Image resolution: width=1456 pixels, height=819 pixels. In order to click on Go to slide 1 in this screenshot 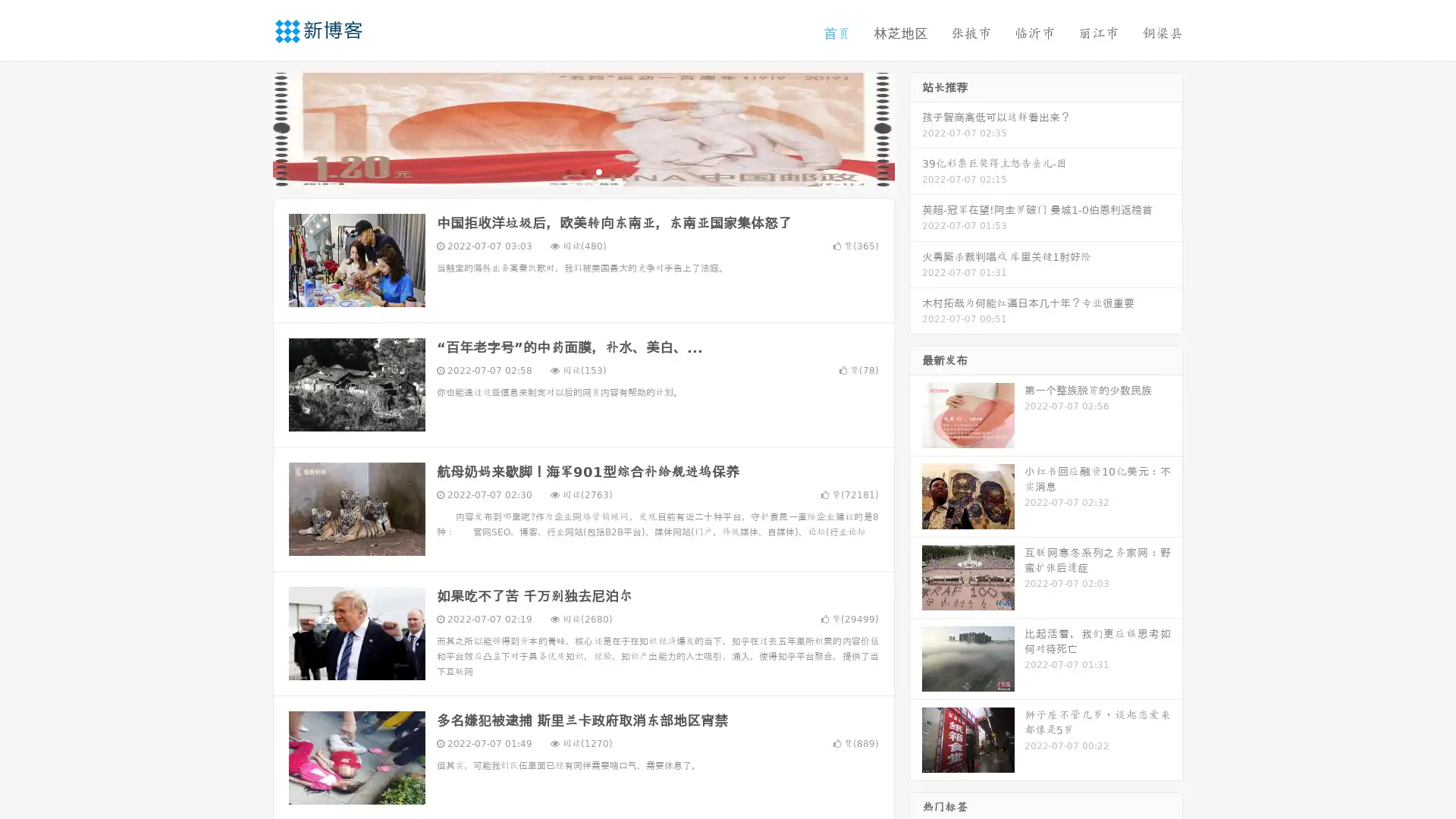, I will do `click(567, 171)`.